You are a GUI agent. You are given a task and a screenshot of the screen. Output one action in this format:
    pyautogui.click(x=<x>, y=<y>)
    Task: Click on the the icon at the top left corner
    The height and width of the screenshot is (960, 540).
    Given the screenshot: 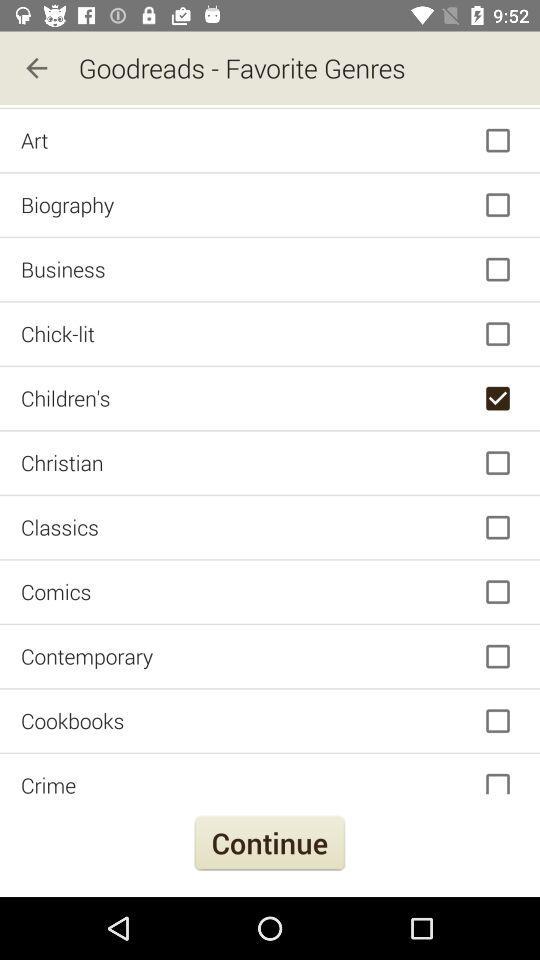 What is the action you would take?
    pyautogui.click(x=36, y=68)
    